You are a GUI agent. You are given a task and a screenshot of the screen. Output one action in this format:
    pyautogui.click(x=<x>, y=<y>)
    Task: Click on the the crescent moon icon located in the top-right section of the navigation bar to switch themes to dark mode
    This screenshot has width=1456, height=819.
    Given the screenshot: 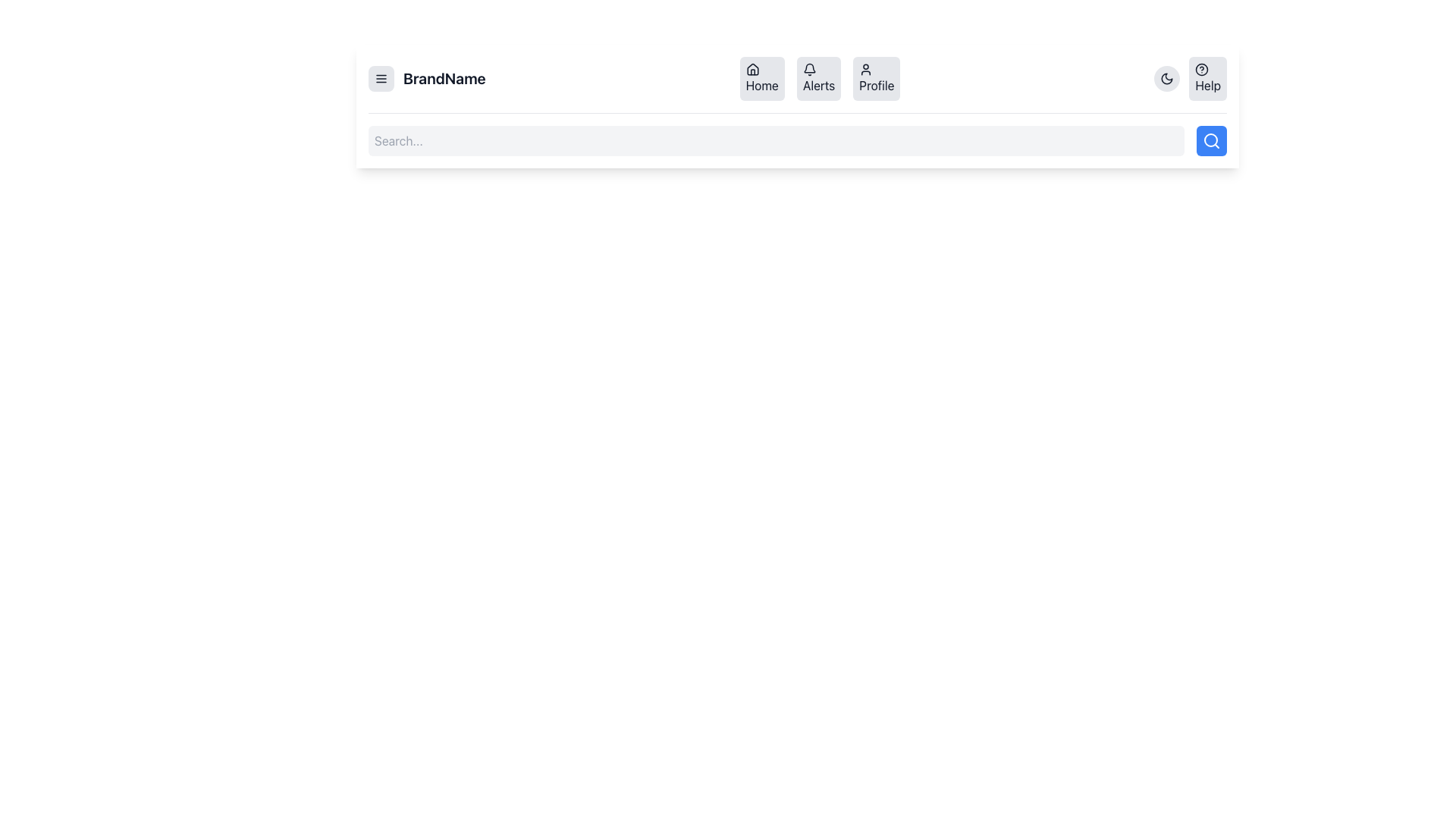 What is the action you would take?
    pyautogui.click(x=1166, y=79)
    